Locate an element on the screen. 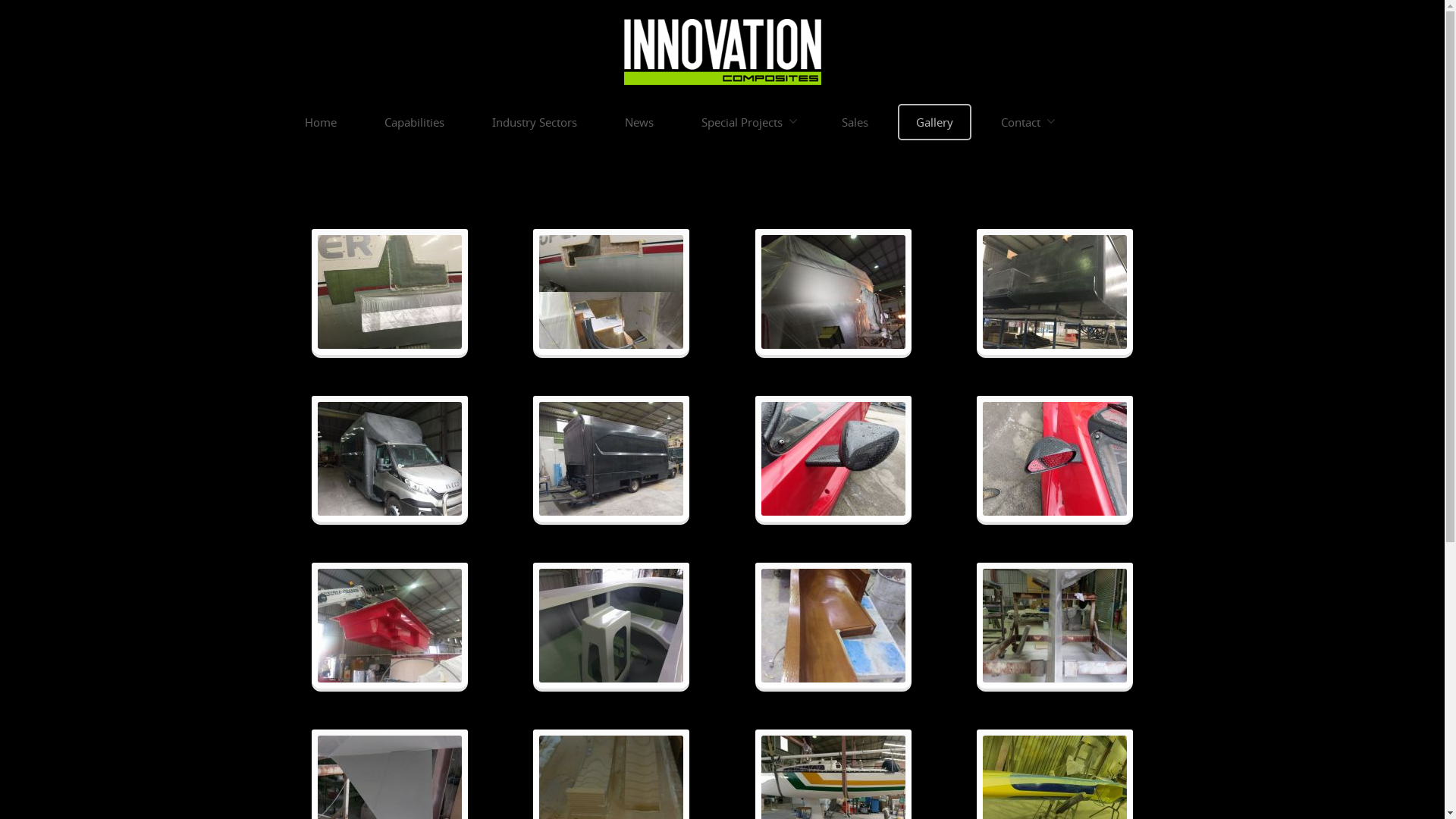 The image size is (1456, 819). 'Capabilities' is located at coordinates (367, 121).